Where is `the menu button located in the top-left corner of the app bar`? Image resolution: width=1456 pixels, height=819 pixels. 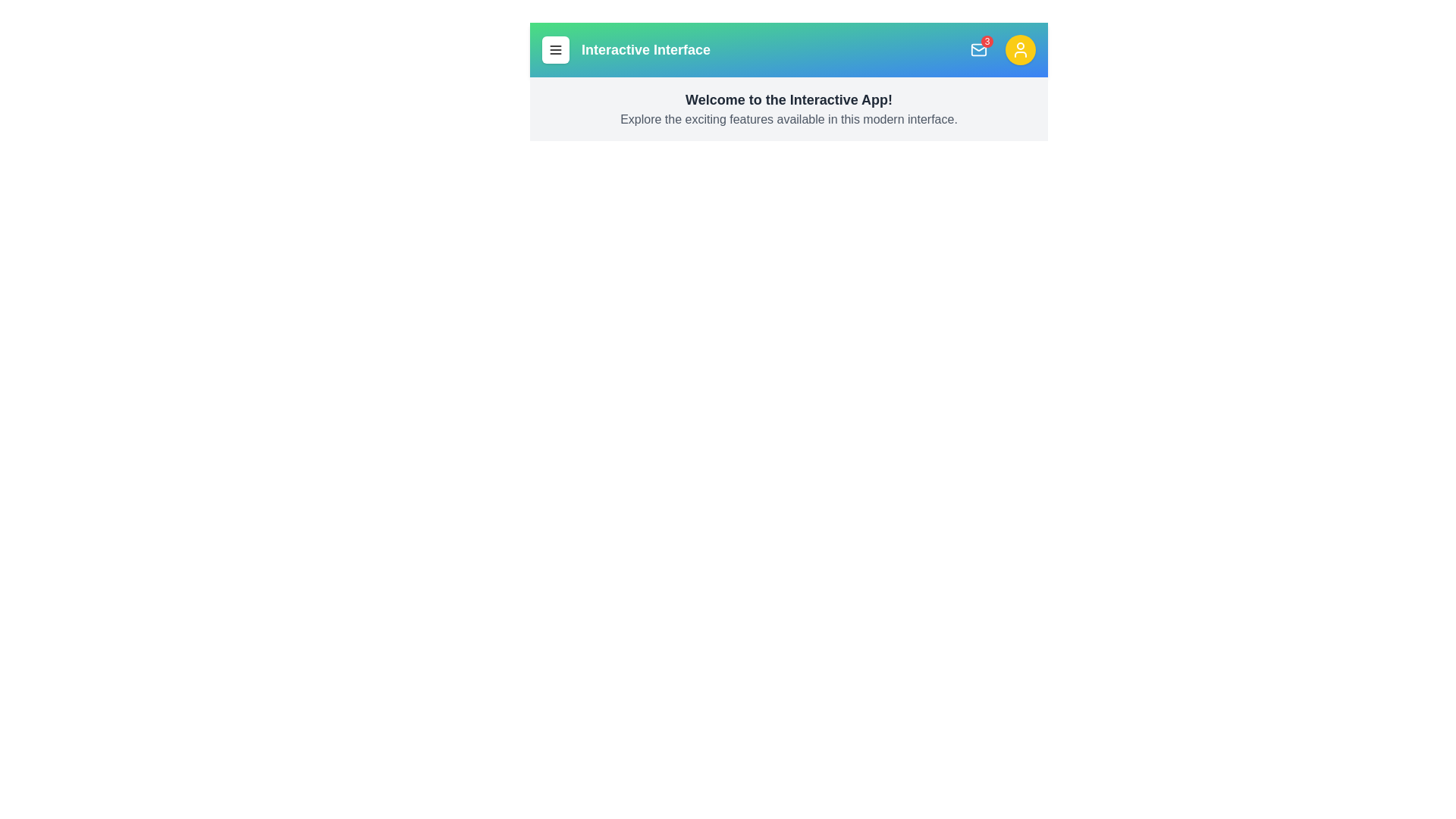
the menu button located in the top-left corner of the app bar is located at coordinates (555, 49).